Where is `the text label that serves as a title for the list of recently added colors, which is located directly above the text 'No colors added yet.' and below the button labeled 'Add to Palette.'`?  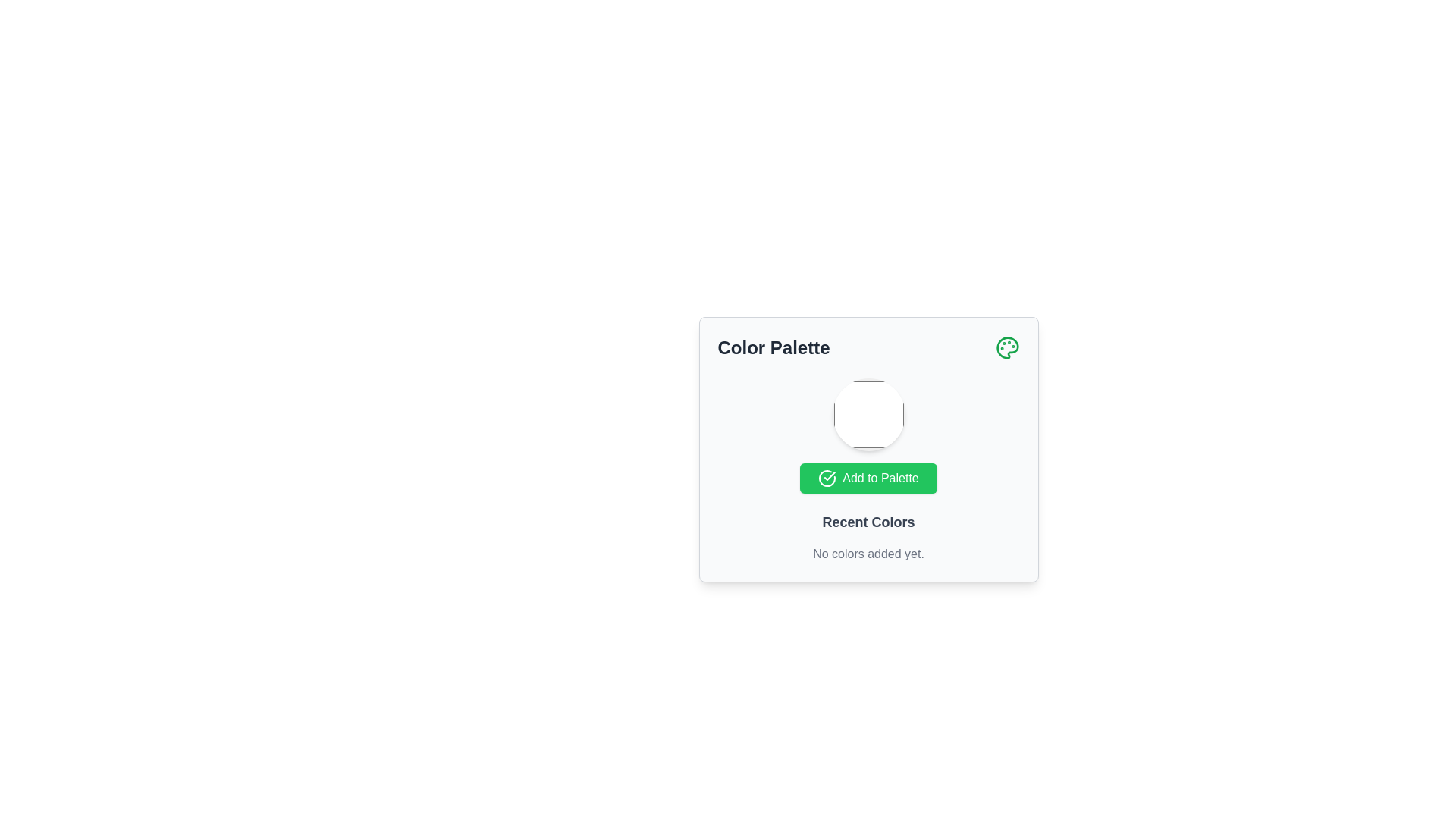 the text label that serves as a title for the list of recently added colors, which is located directly above the text 'No colors added yet.' and below the button labeled 'Add to Palette.' is located at coordinates (868, 522).